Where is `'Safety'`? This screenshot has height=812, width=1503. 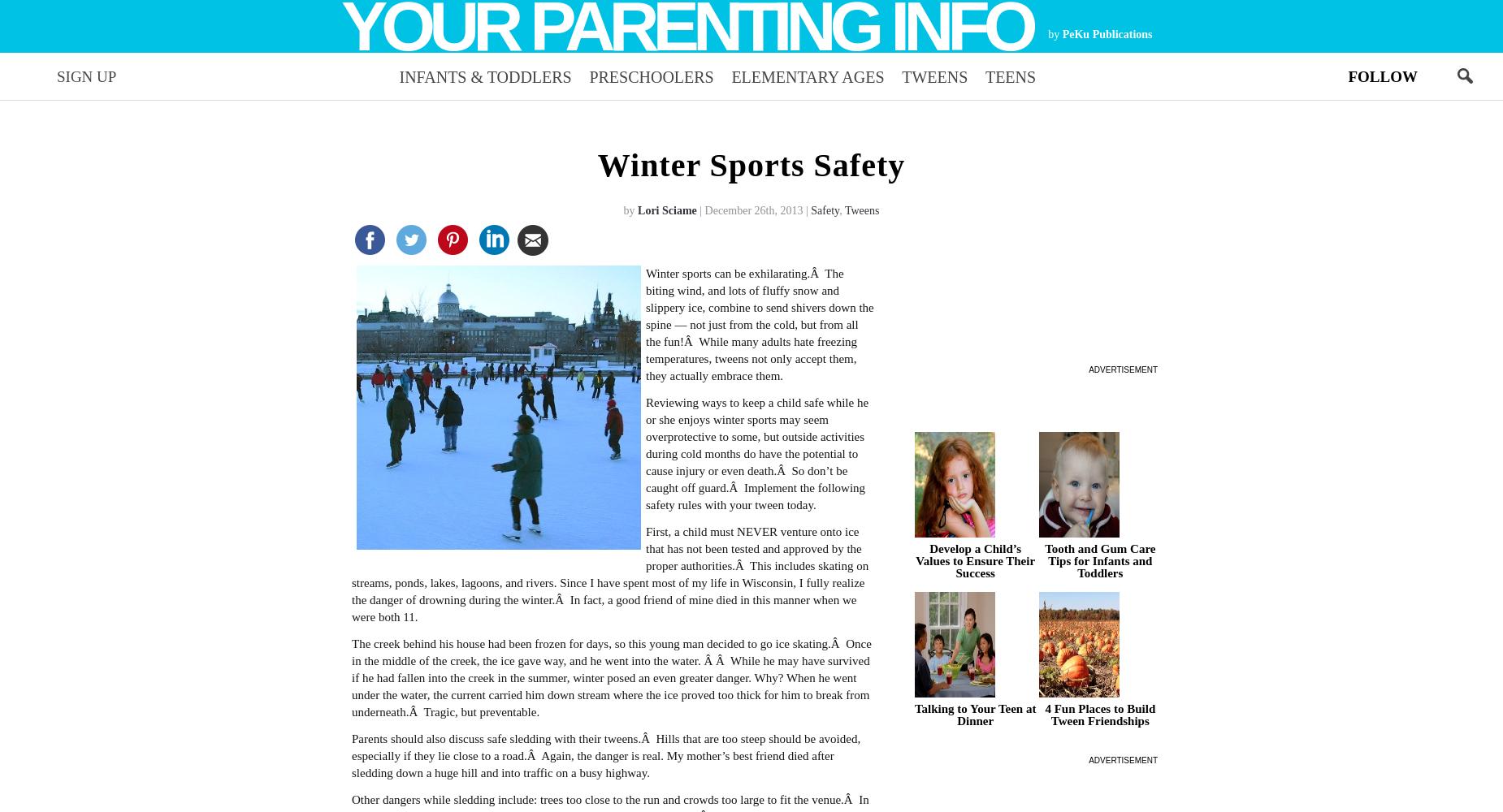
'Safety' is located at coordinates (824, 209).